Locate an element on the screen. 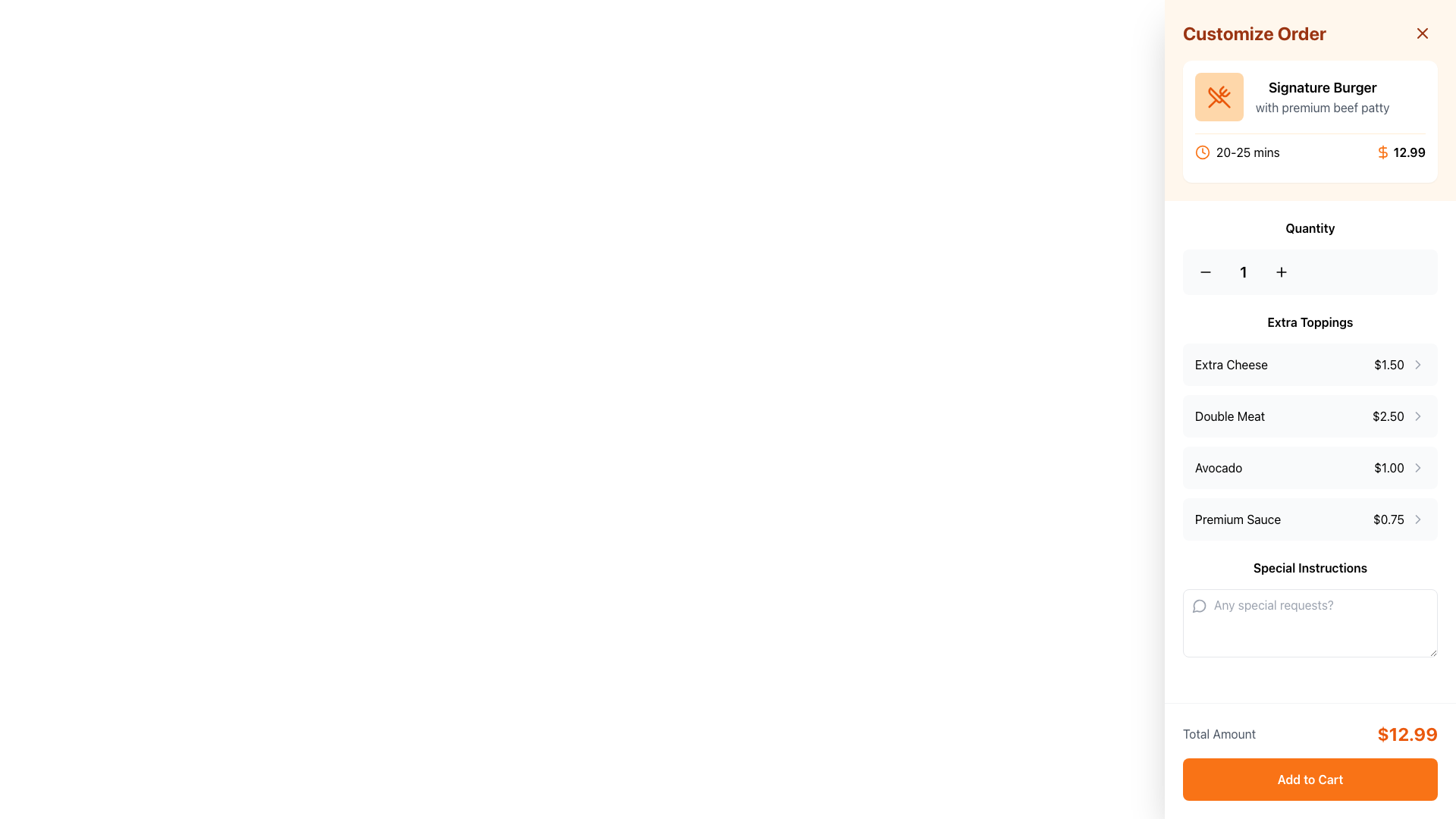 The image size is (1456, 819). the dollar sign icon representing the price in dollars, located at the top of the 'Customize Order' panel, right before the price text '12.99' is located at coordinates (1382, 152).